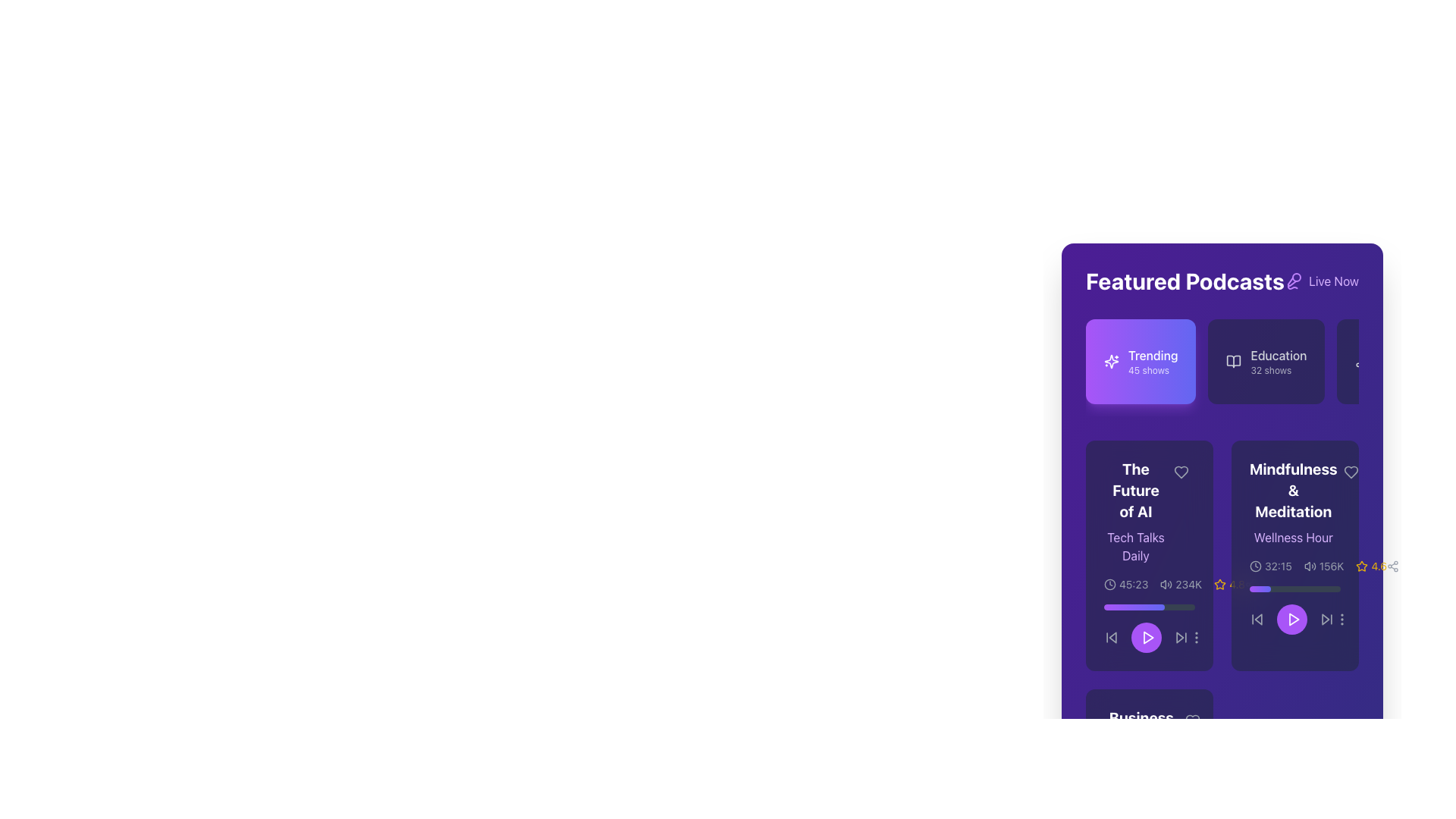 The image size is (1456, 819). I want to click on the Information bar containing multiple labels and icons under the podcast title 'The Future of AI', so click(1174, 584).